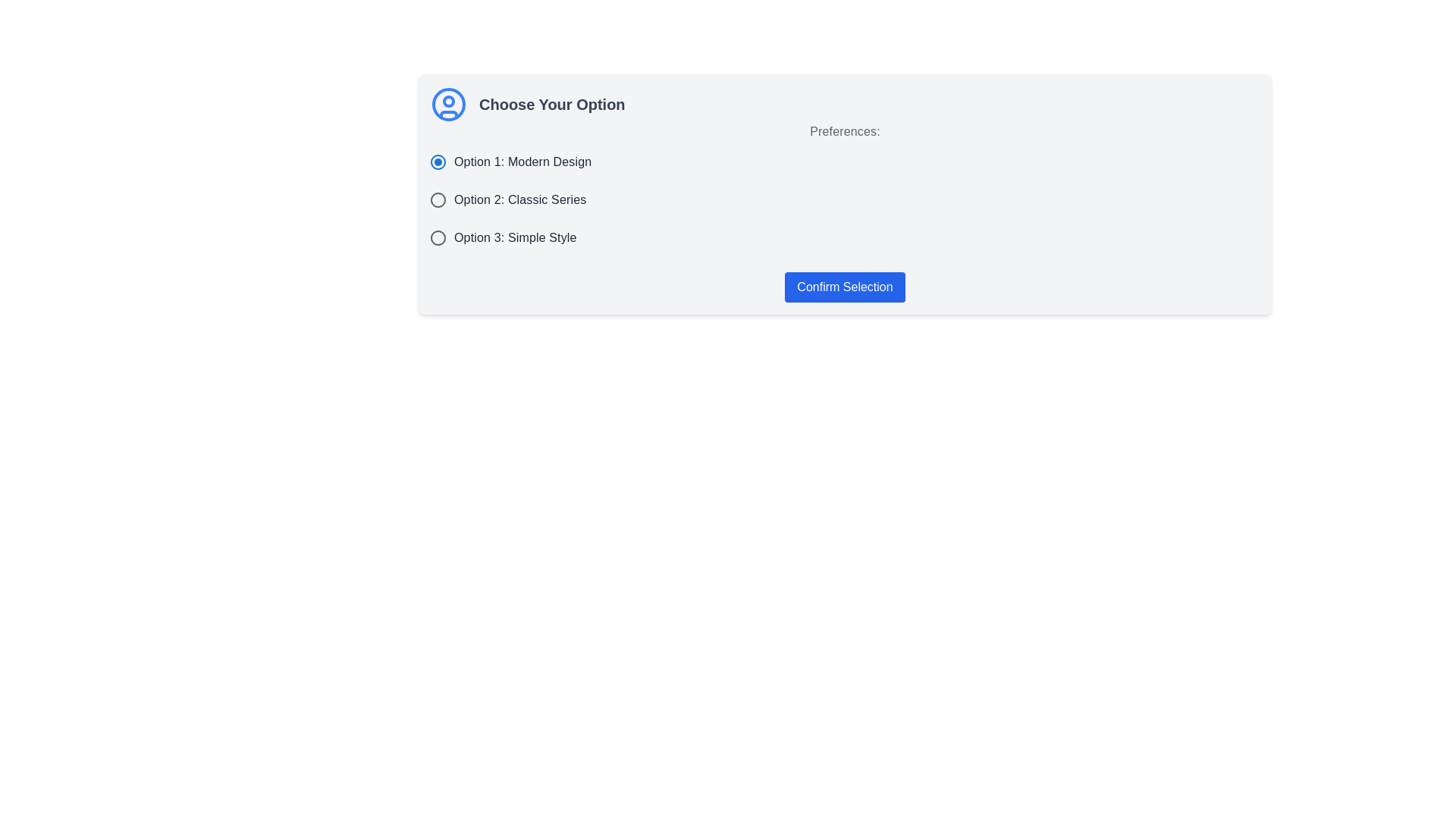 This screenshot has width=1456, height=819. Describe the element at coordinates (844, 287) in the screenshot. I see `the blue button labeled 'Confirm Selection' to confirm the selection` at that location.